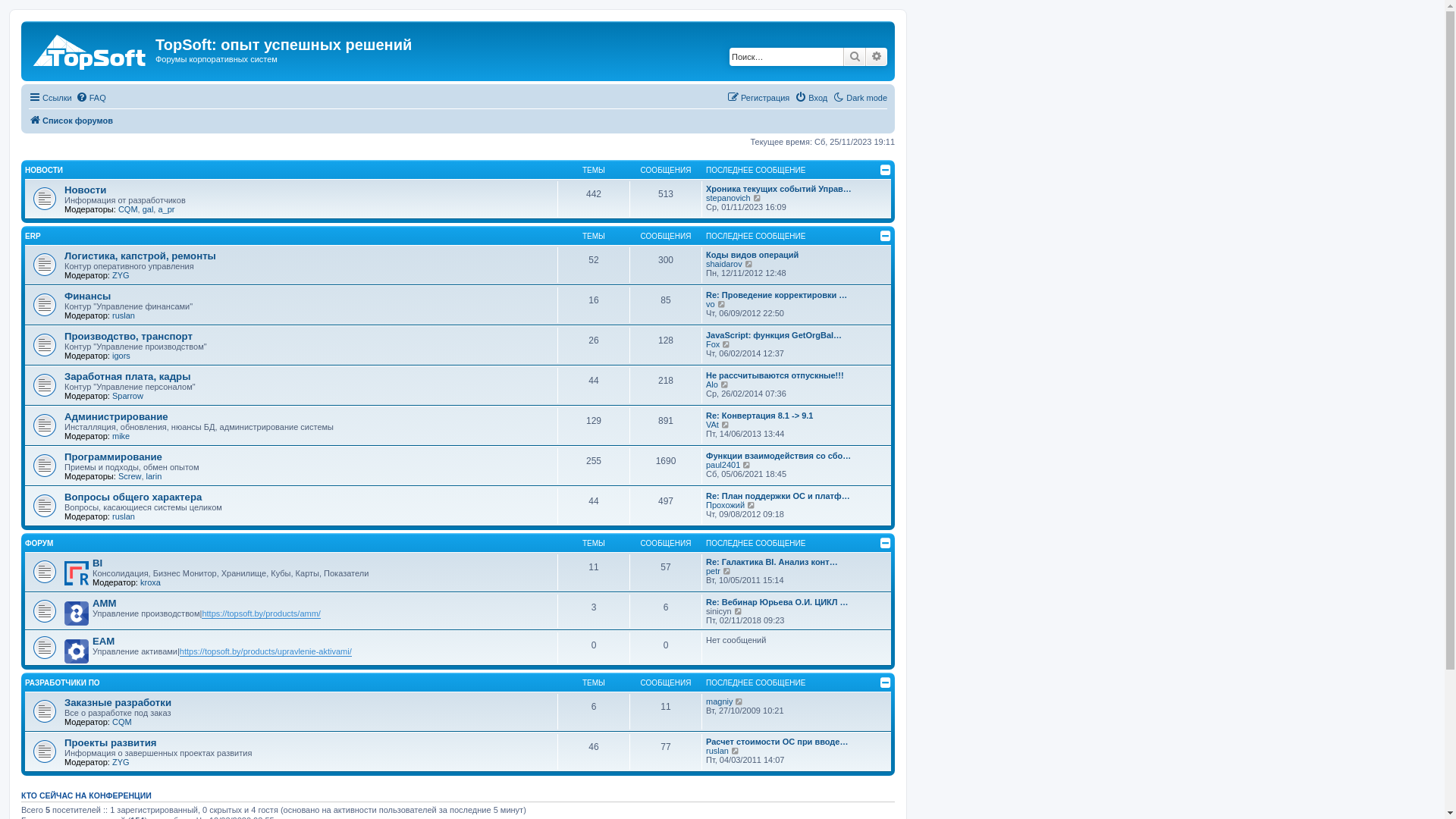  Describe the element at coordinates (120, 435) in the screenshot. I see `'mike'` at that location.